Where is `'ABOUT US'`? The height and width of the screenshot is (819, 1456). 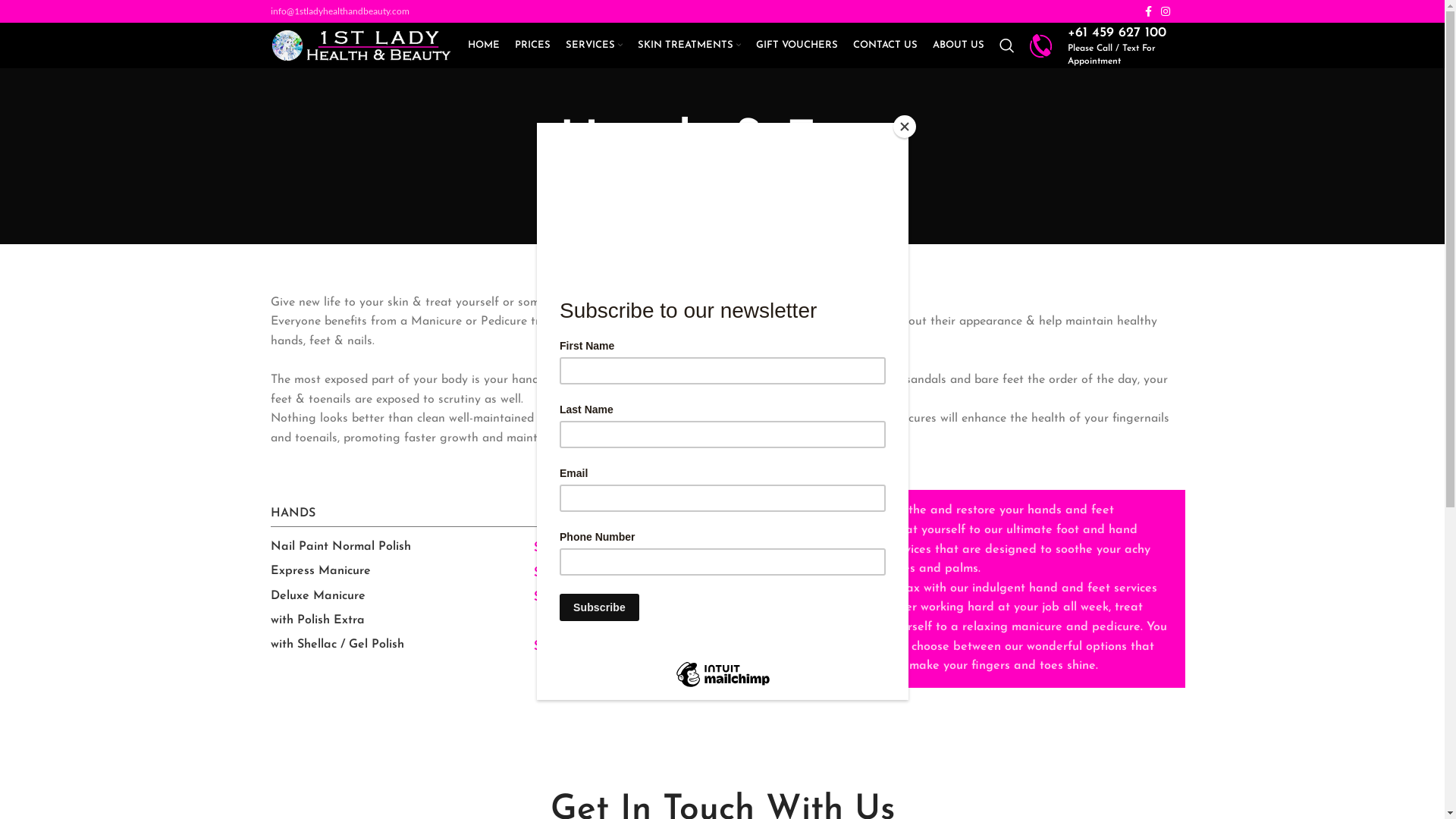 'ABOUT US' is located at coordinates (957, 45).